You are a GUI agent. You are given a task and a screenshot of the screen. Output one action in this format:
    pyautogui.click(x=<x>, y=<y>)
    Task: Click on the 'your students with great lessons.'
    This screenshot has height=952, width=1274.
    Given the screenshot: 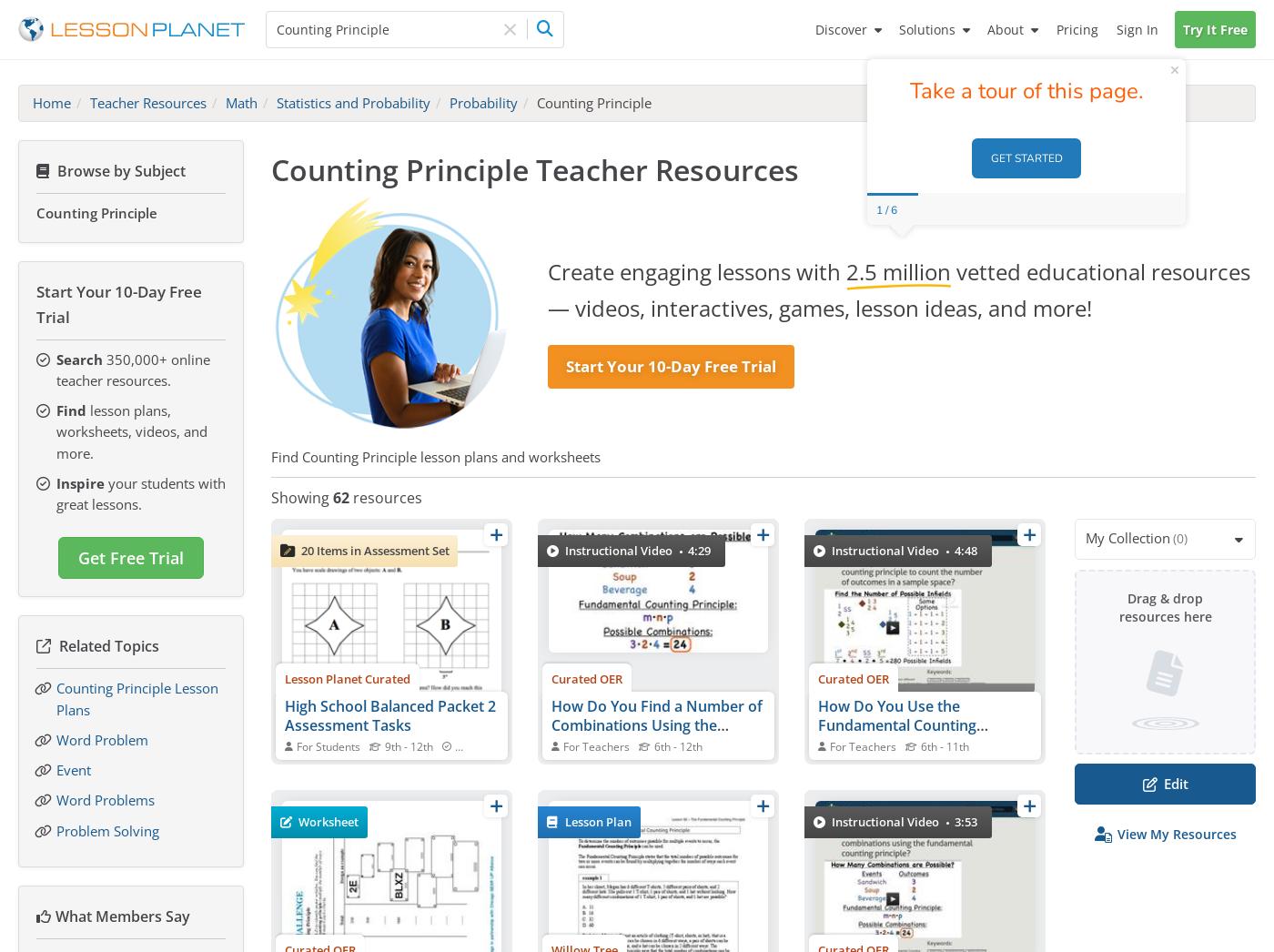 What is the action you would take?
    pyautogui.click(x=140, y=492)
    